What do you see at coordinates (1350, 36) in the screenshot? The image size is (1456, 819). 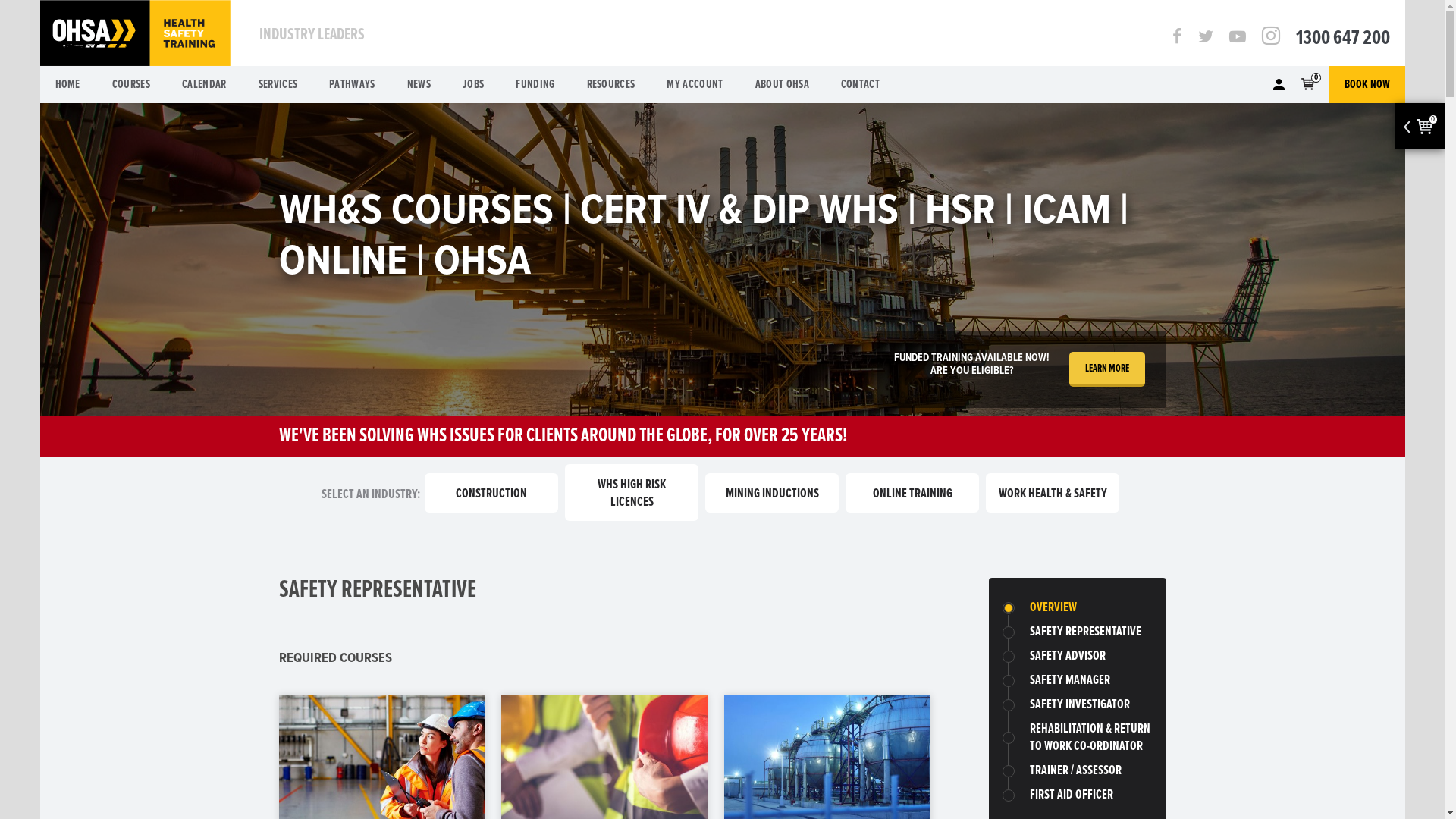 I see `'1300 647 200'` at bounding box center [1350, 36].